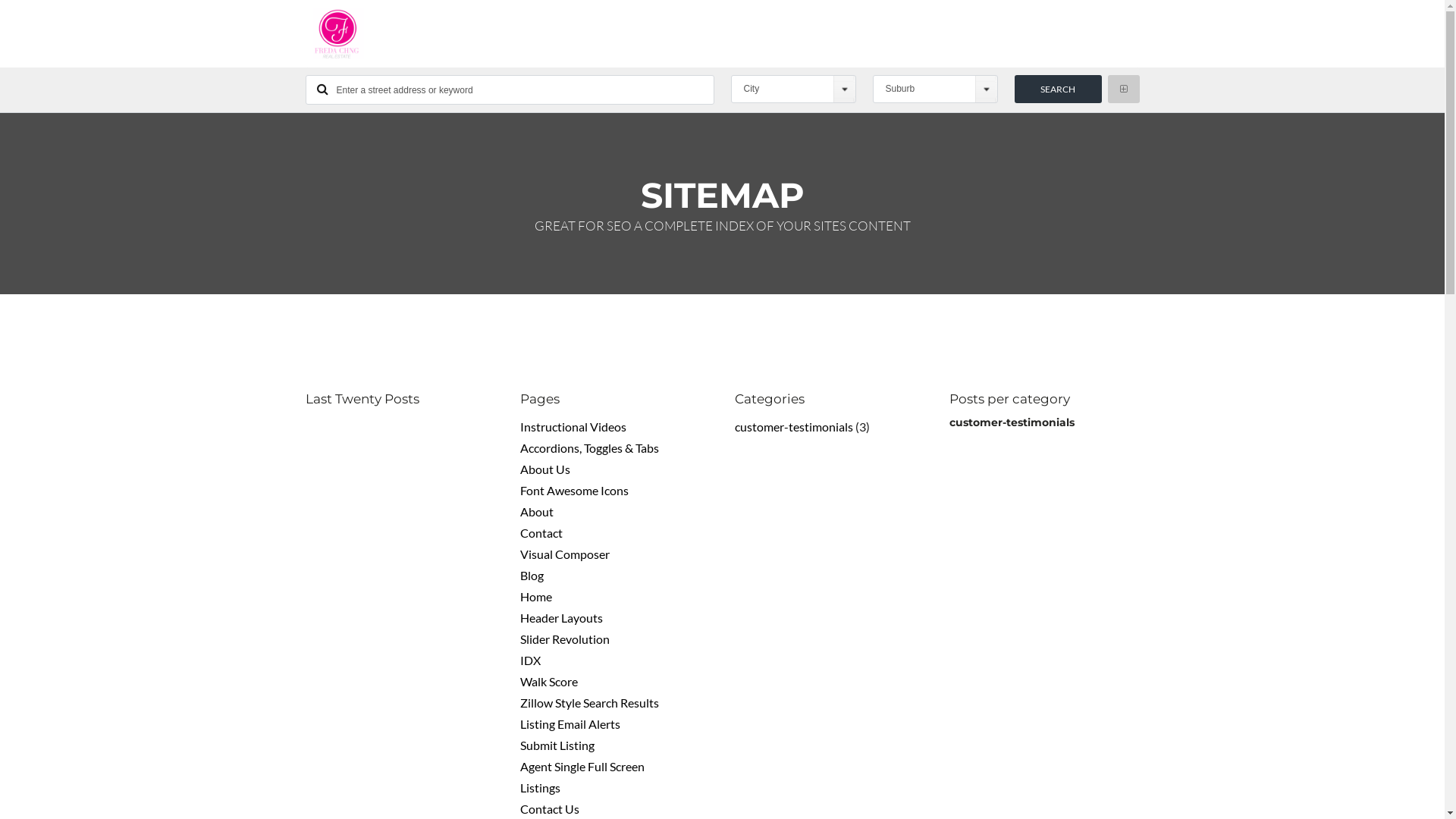 The height and width of the screenshot is (819, 1456). What do you see at coordinates (520, 786) in the screenshot?
I see `'Listings'` at bounding box center [520, 786].